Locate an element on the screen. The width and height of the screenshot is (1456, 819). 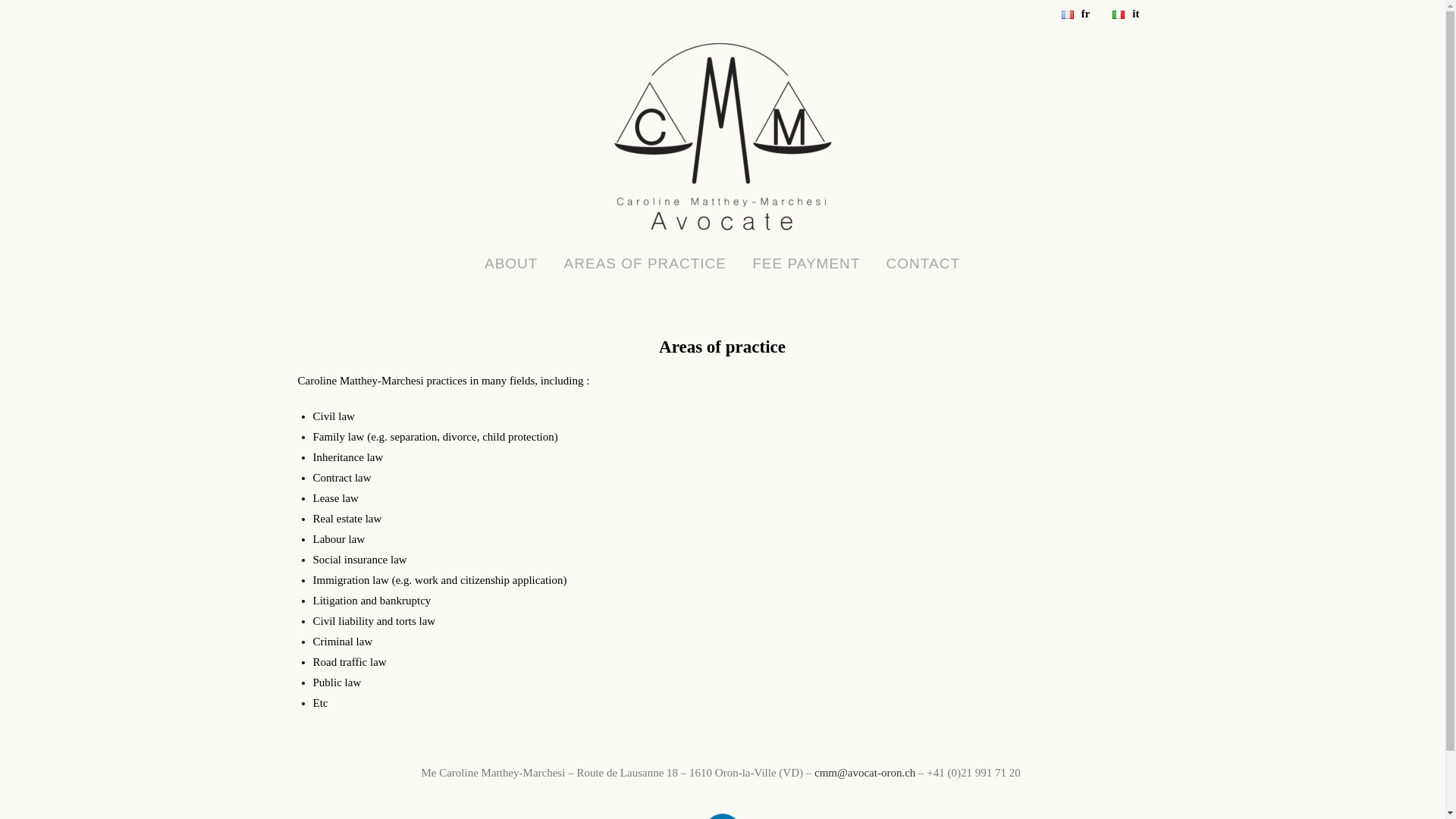
'FEE PAYMENT' is located at coordinates (805, 262).